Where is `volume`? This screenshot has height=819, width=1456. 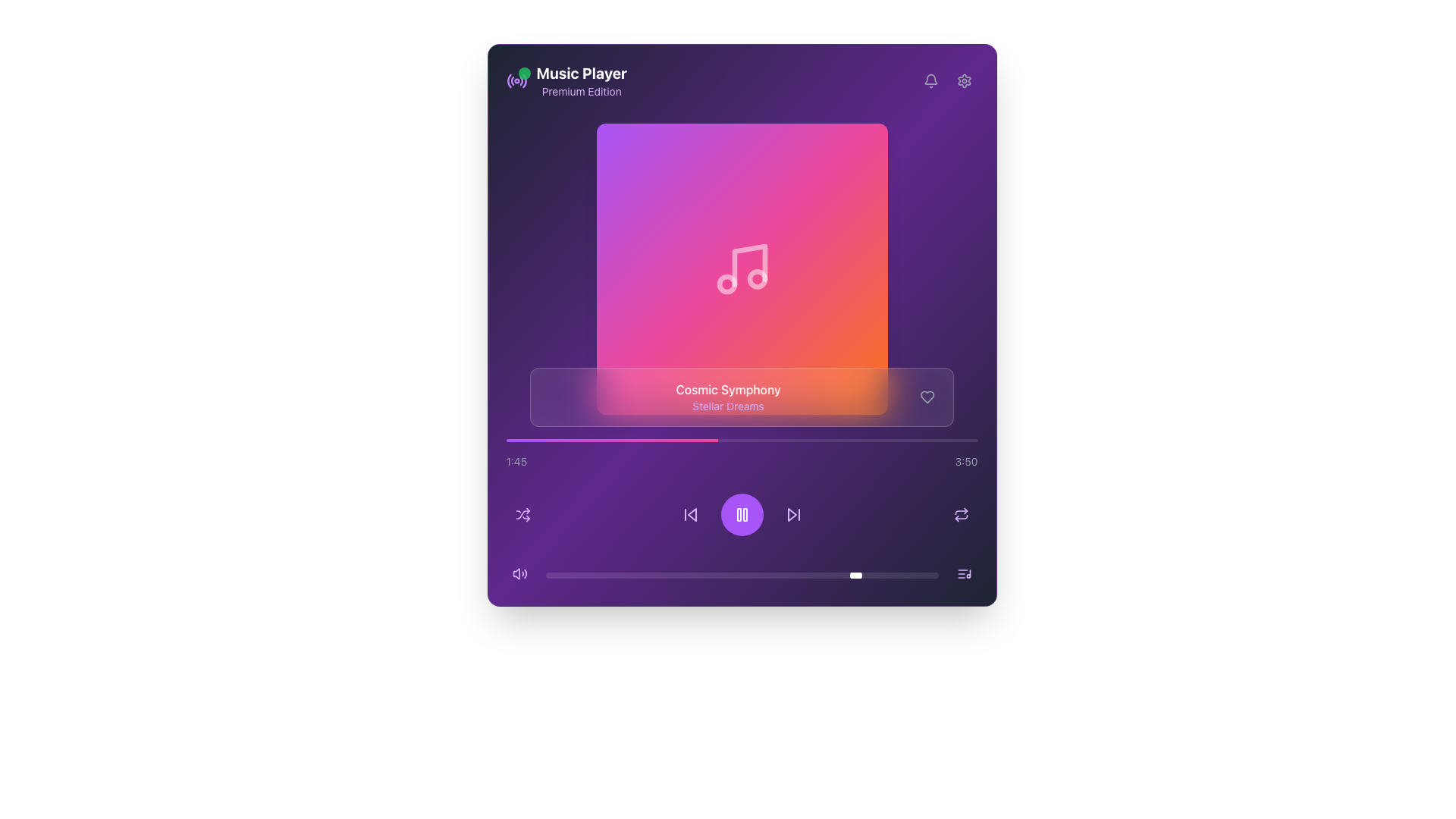 volume is located at coordinates (811, 576).